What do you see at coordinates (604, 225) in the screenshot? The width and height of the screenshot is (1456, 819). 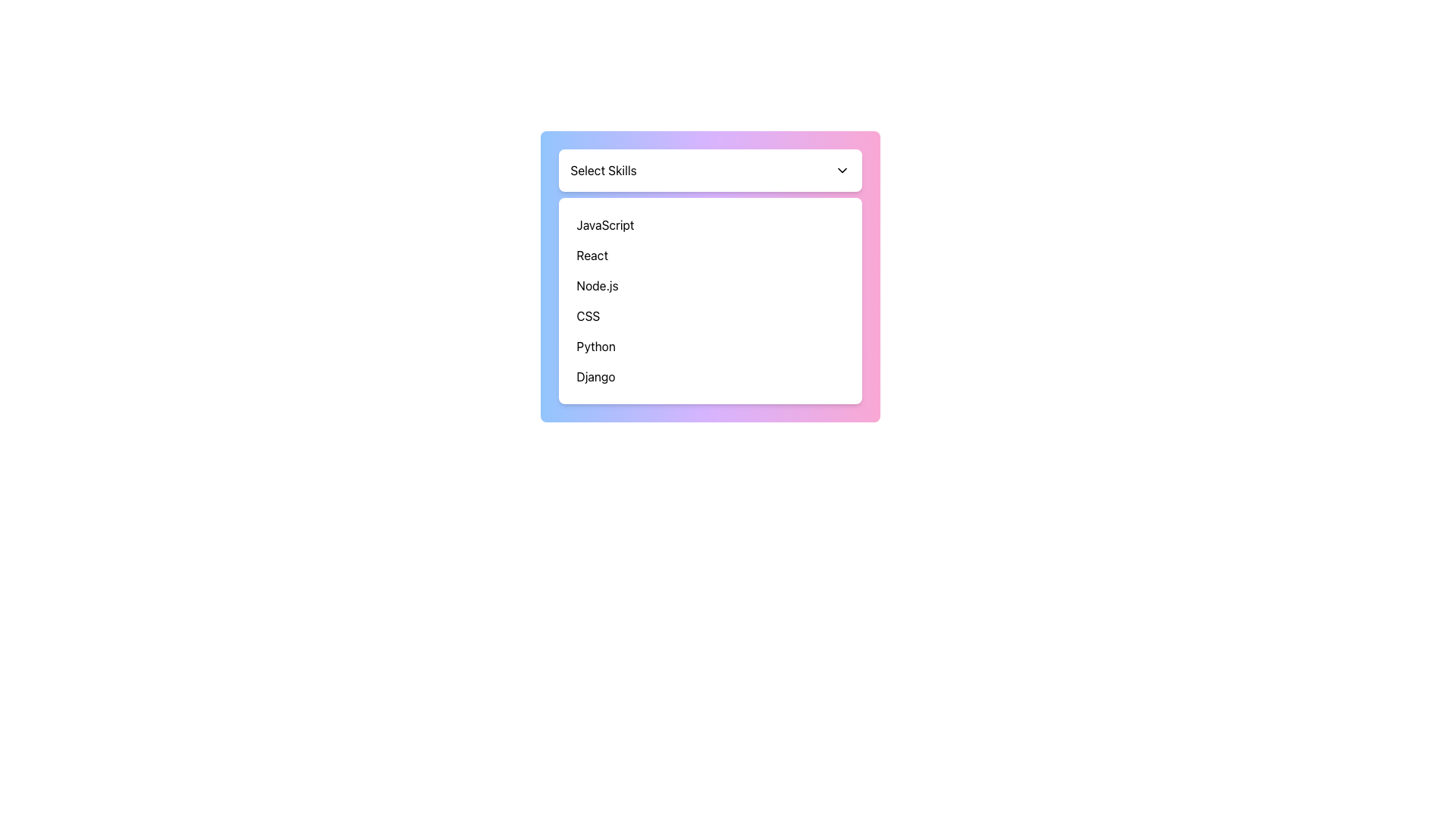 I see `the first selectable option in the 'Select Skills' dropdown menu` at bounding box center [604, 225].